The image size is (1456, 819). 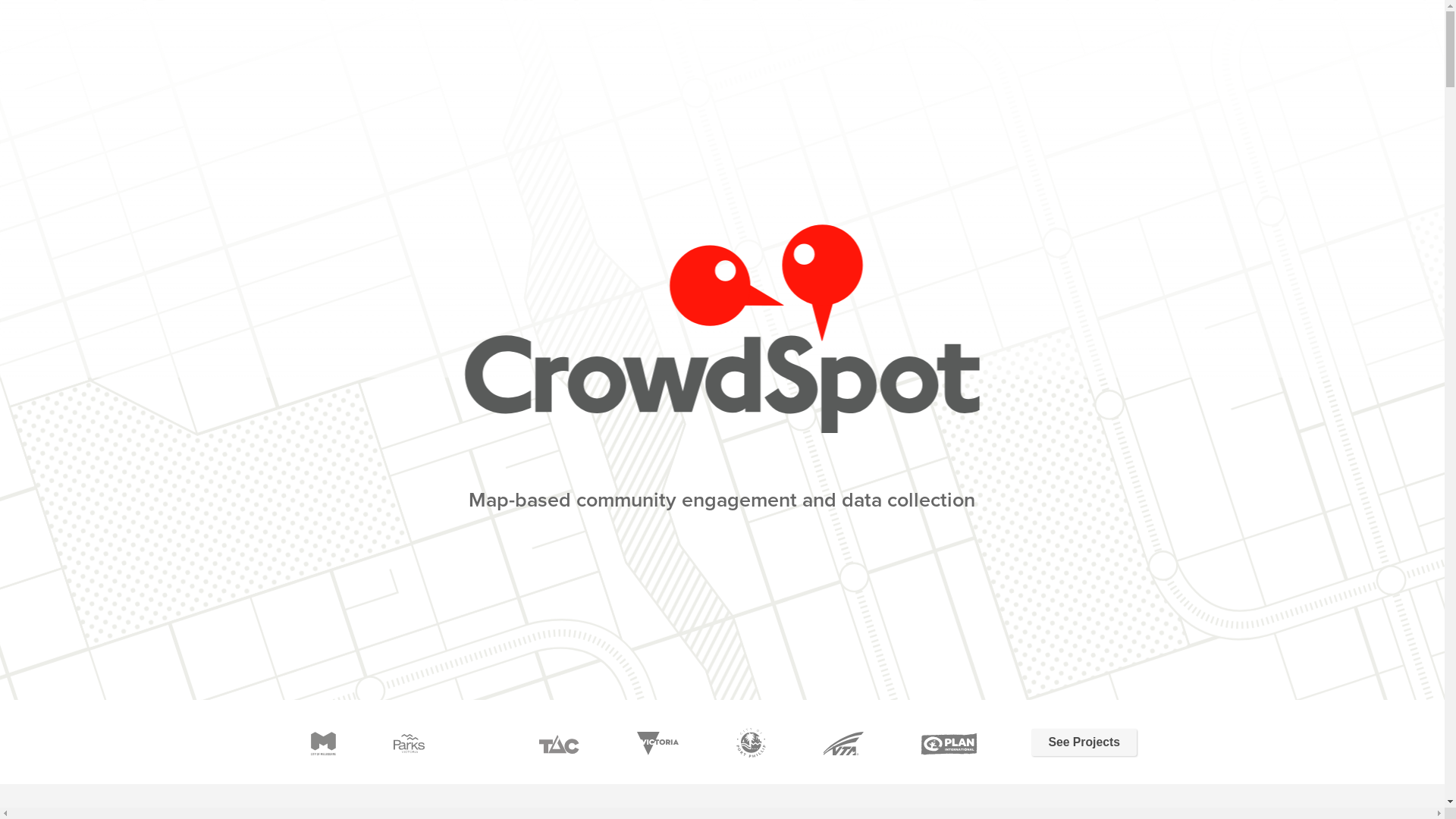 I want to click on 'See Projects', so click(x=1083, y=742).